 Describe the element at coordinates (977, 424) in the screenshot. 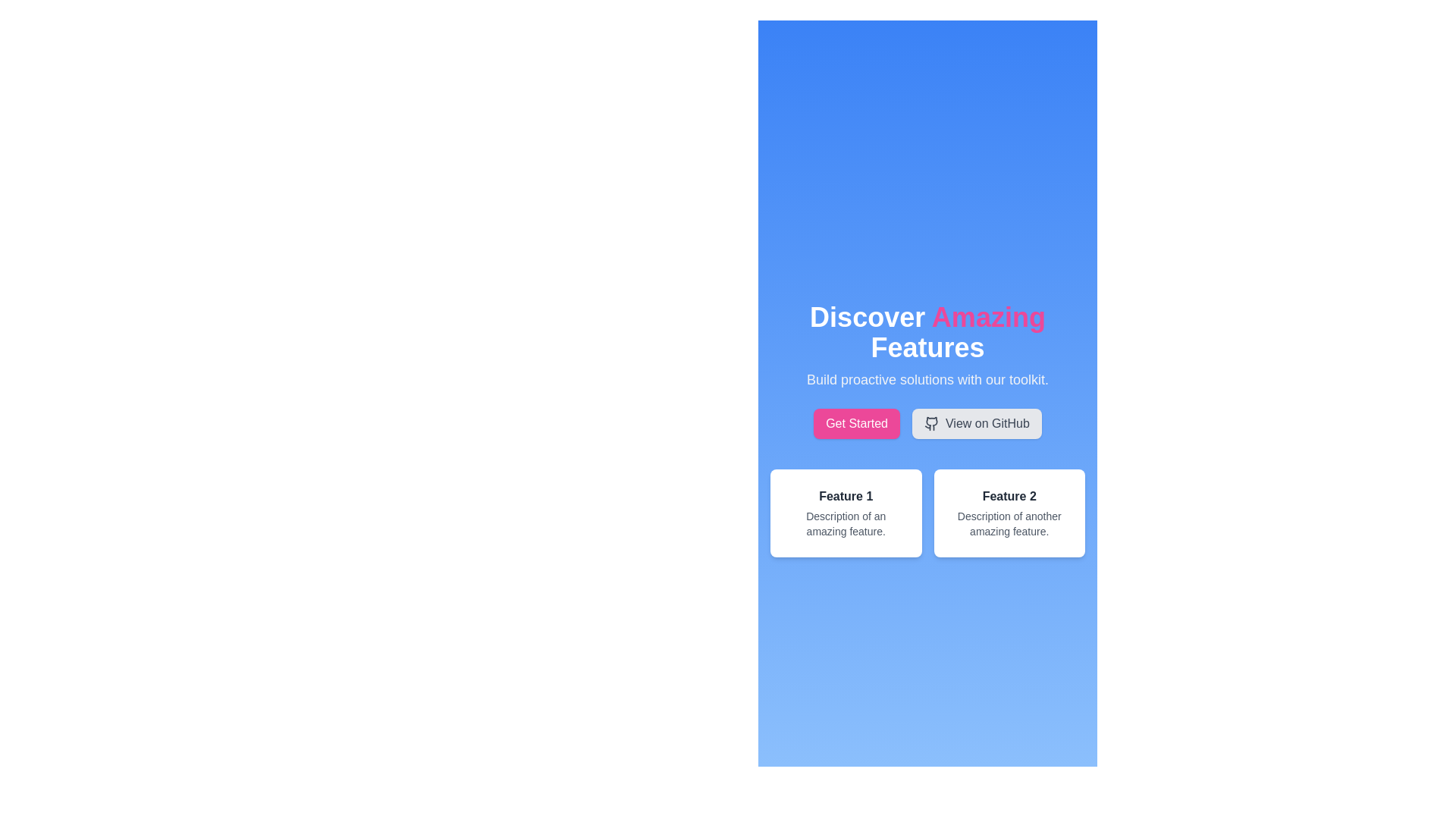

I see `the 'View on GitHub' button, which is a rounded rectangle with a light gray background and a dark gray text` at that location.